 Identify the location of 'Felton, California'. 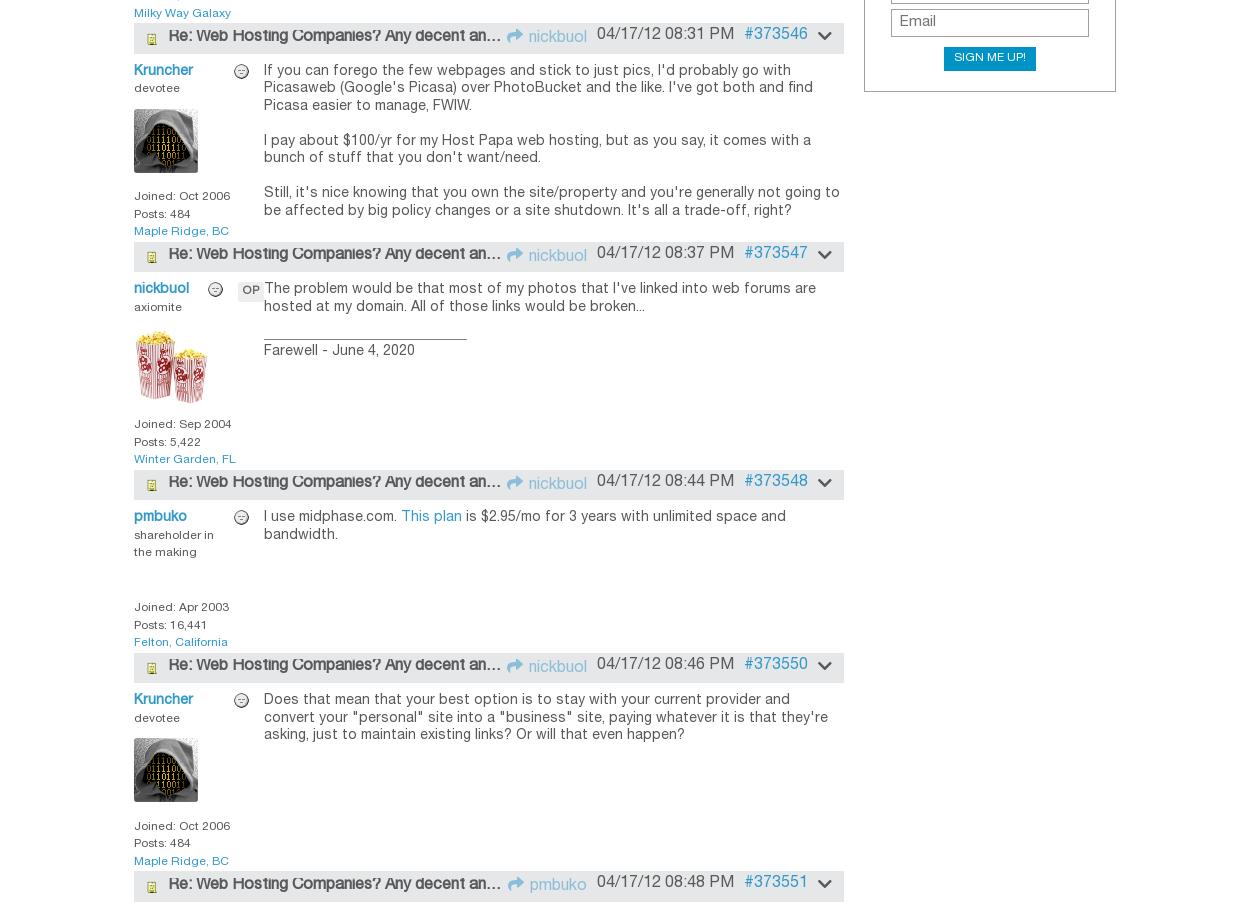
(181, 641).